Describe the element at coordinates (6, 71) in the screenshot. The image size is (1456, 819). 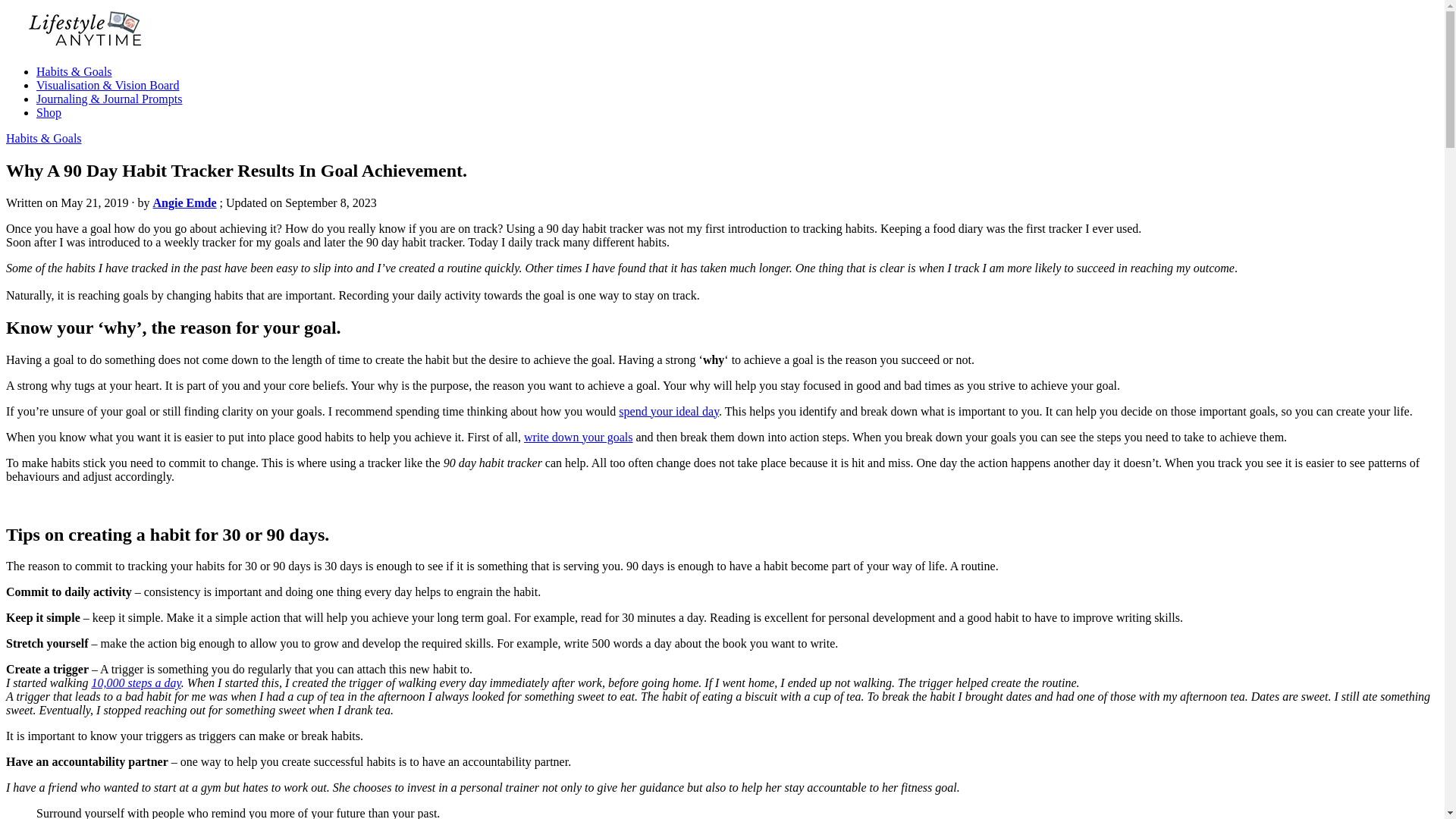
I see `'Lifestyle Anytime'` at that location.